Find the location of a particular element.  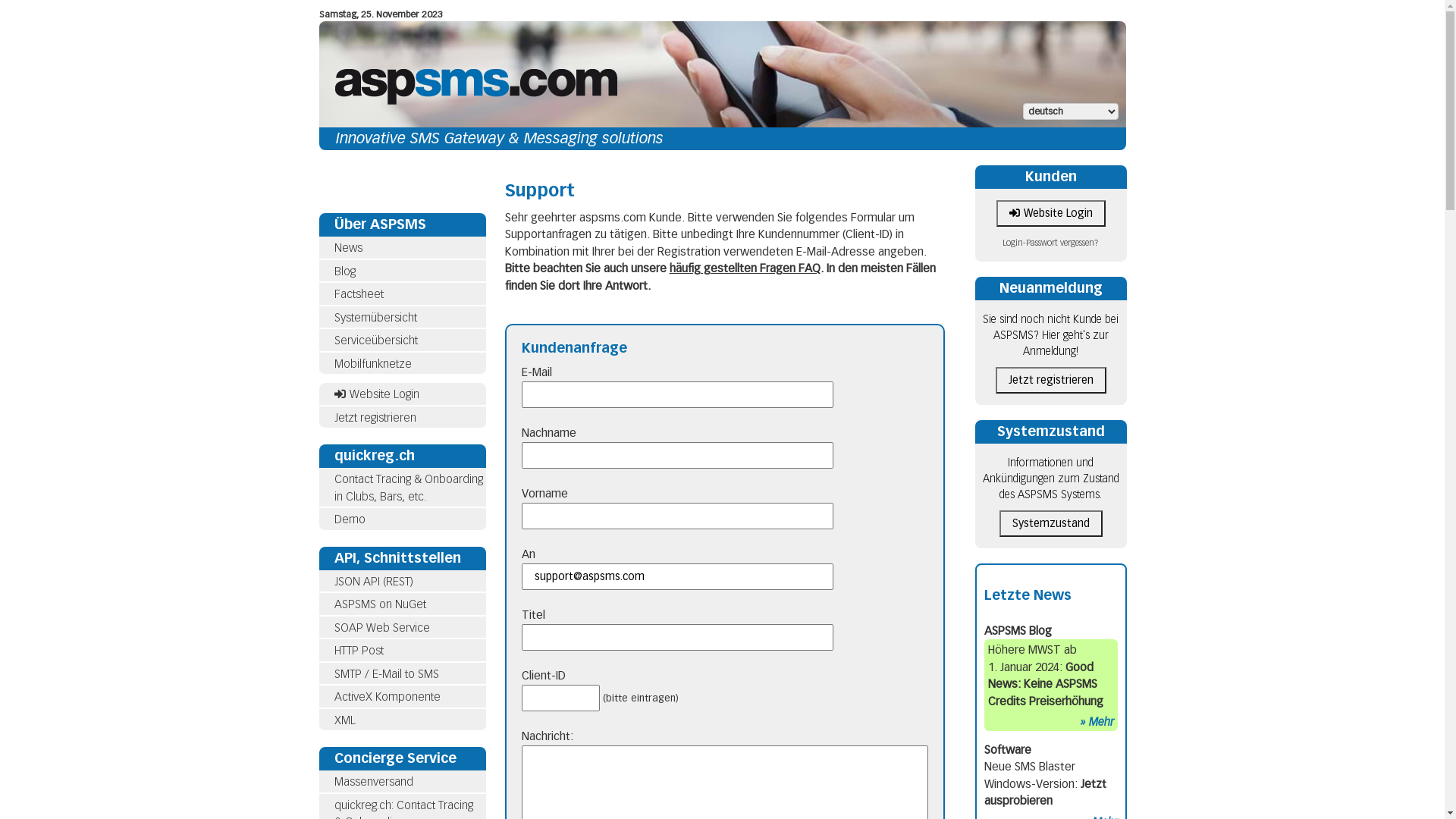

'SOAP Web Service' is located at coordinates (381, 626).